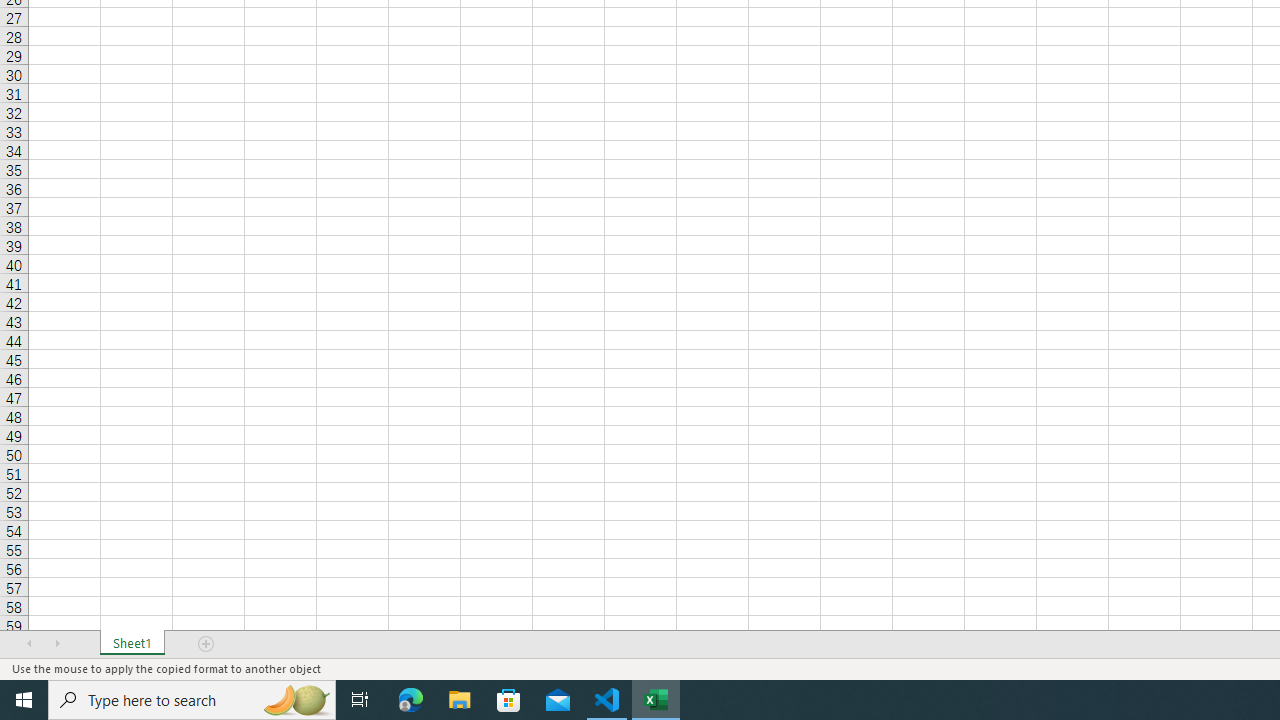 The width and height of the screenshot is (1280, 720). I want to click on 'Scroll Right', so click(57, 644).